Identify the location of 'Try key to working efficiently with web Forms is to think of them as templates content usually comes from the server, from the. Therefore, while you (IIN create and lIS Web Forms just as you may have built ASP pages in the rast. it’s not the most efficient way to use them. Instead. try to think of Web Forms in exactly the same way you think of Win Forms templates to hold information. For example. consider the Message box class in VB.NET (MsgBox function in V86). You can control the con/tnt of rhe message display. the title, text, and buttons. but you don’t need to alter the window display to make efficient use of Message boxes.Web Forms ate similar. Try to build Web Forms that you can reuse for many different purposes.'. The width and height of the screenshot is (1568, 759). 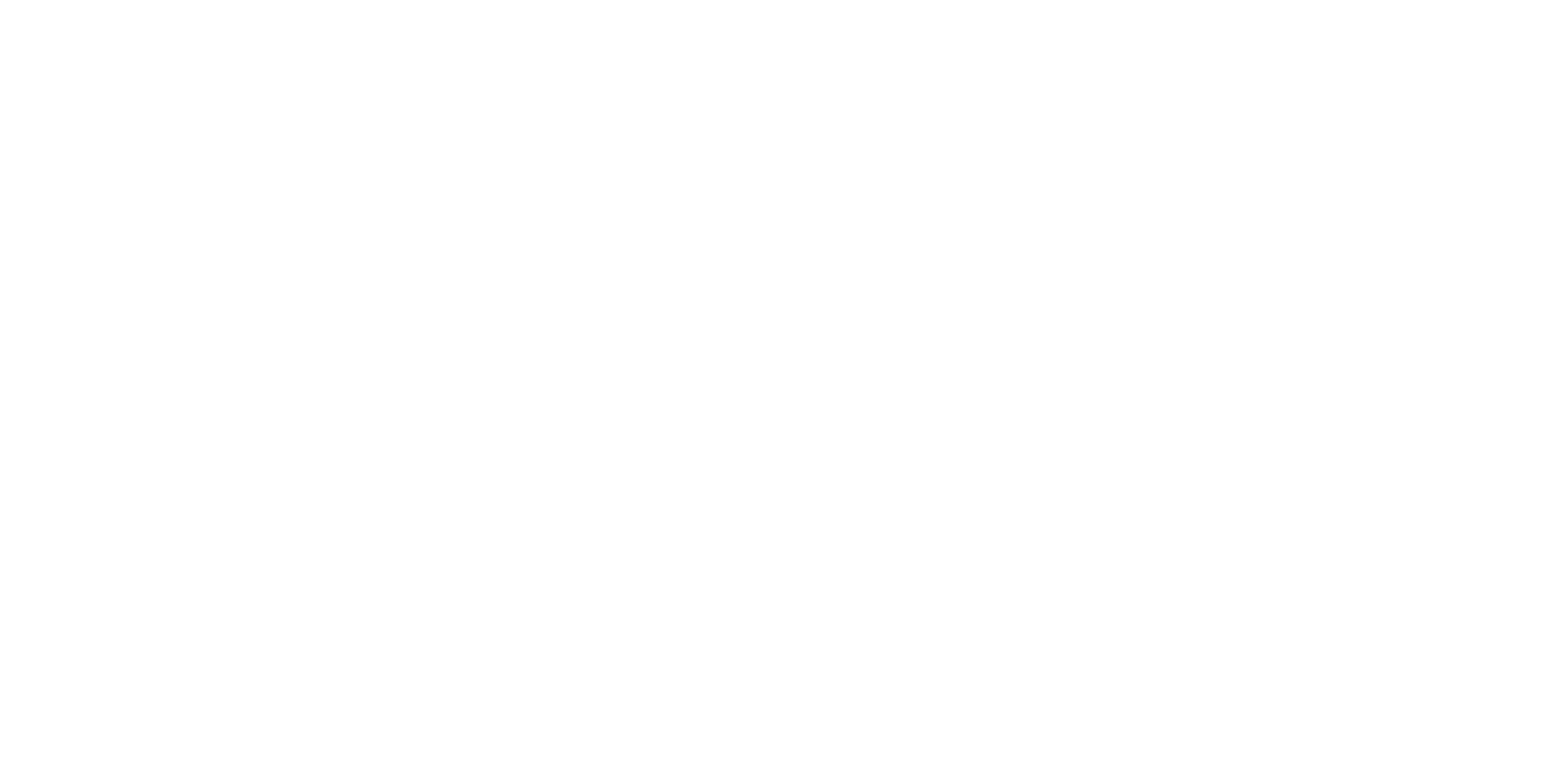
(671, 359).